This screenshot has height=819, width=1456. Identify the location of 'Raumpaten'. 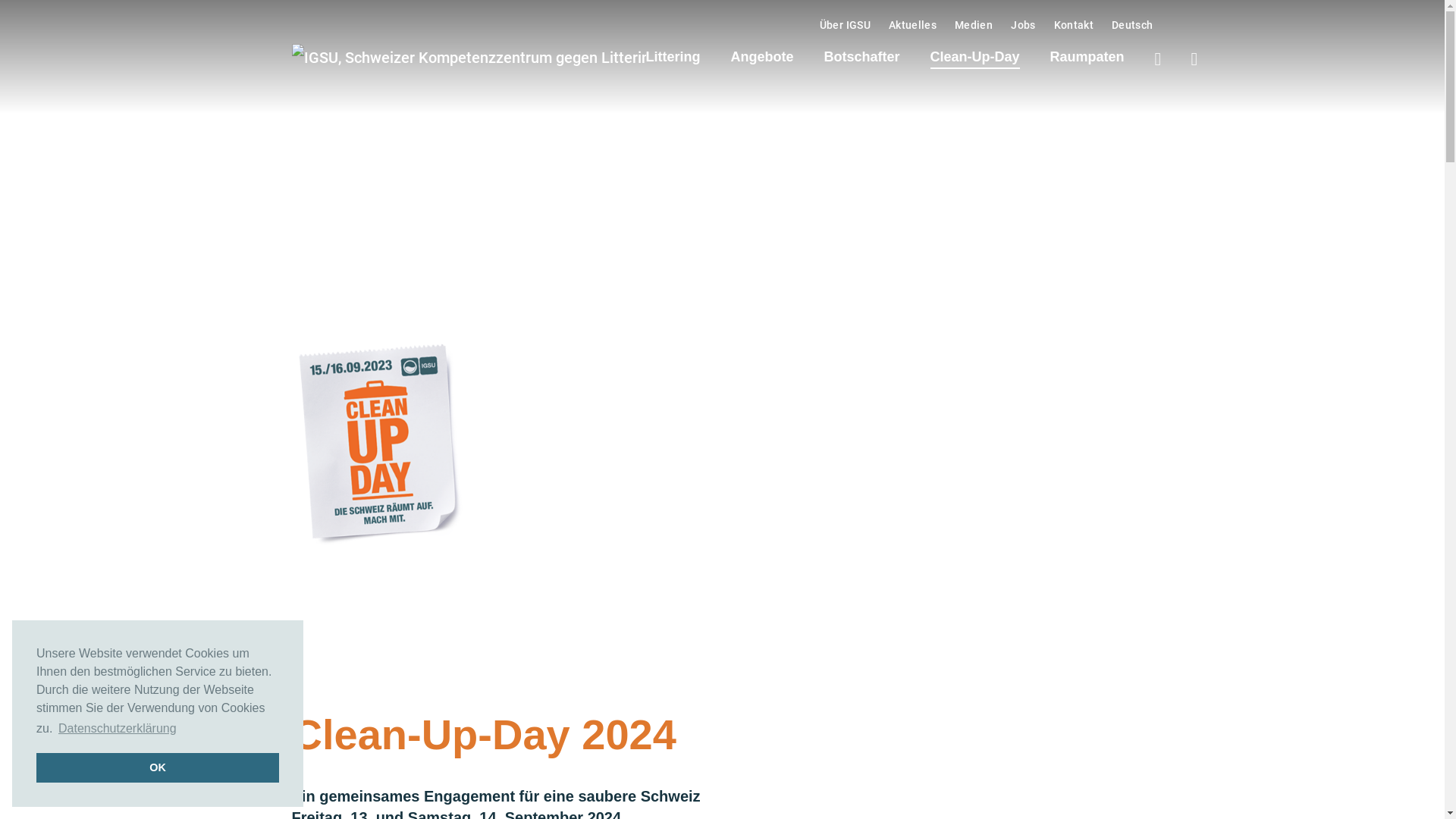
(1087, 55).